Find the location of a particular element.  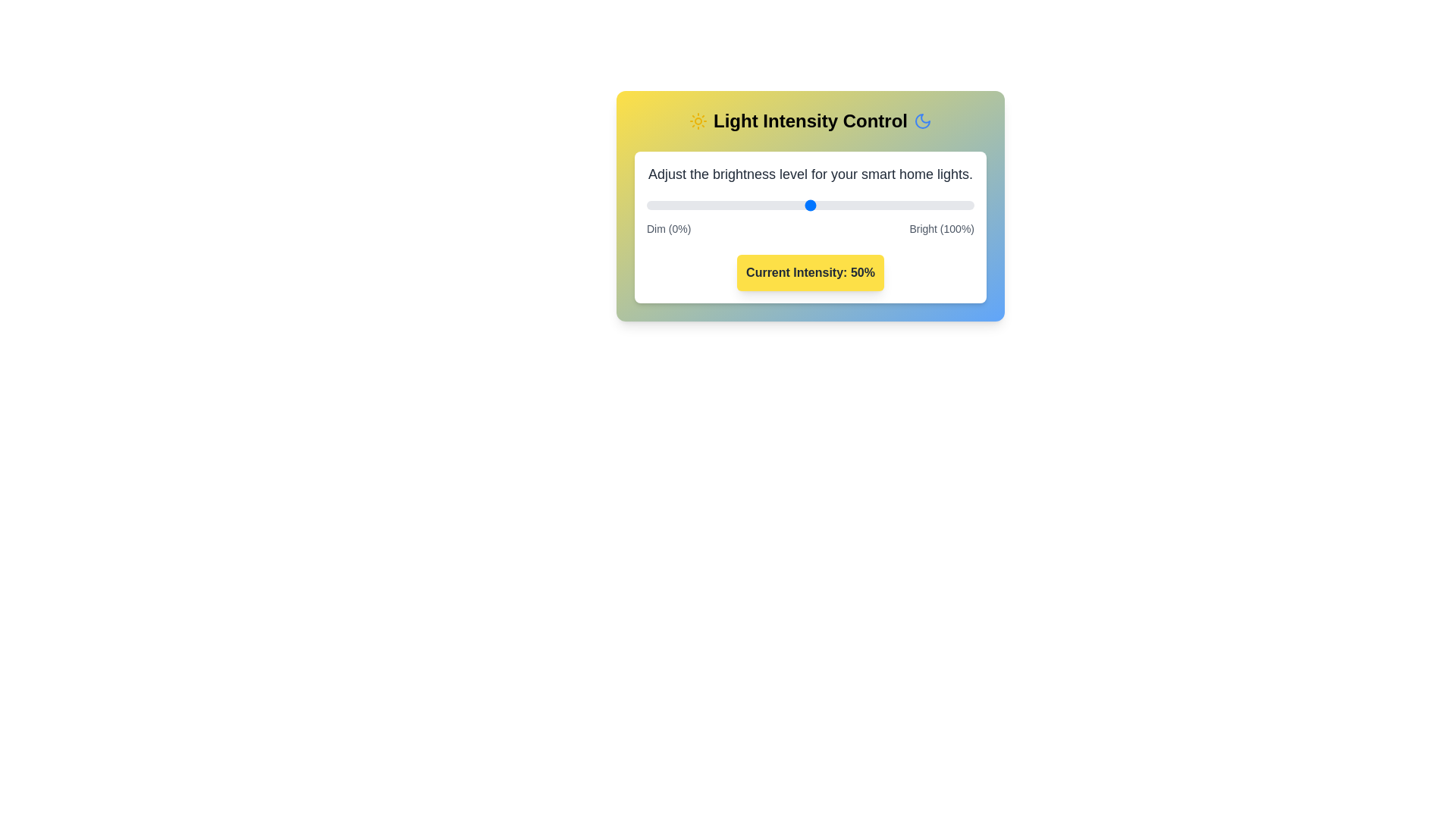

the light intensity to 36% by dragging the slider is located at coordinates (764, 205).